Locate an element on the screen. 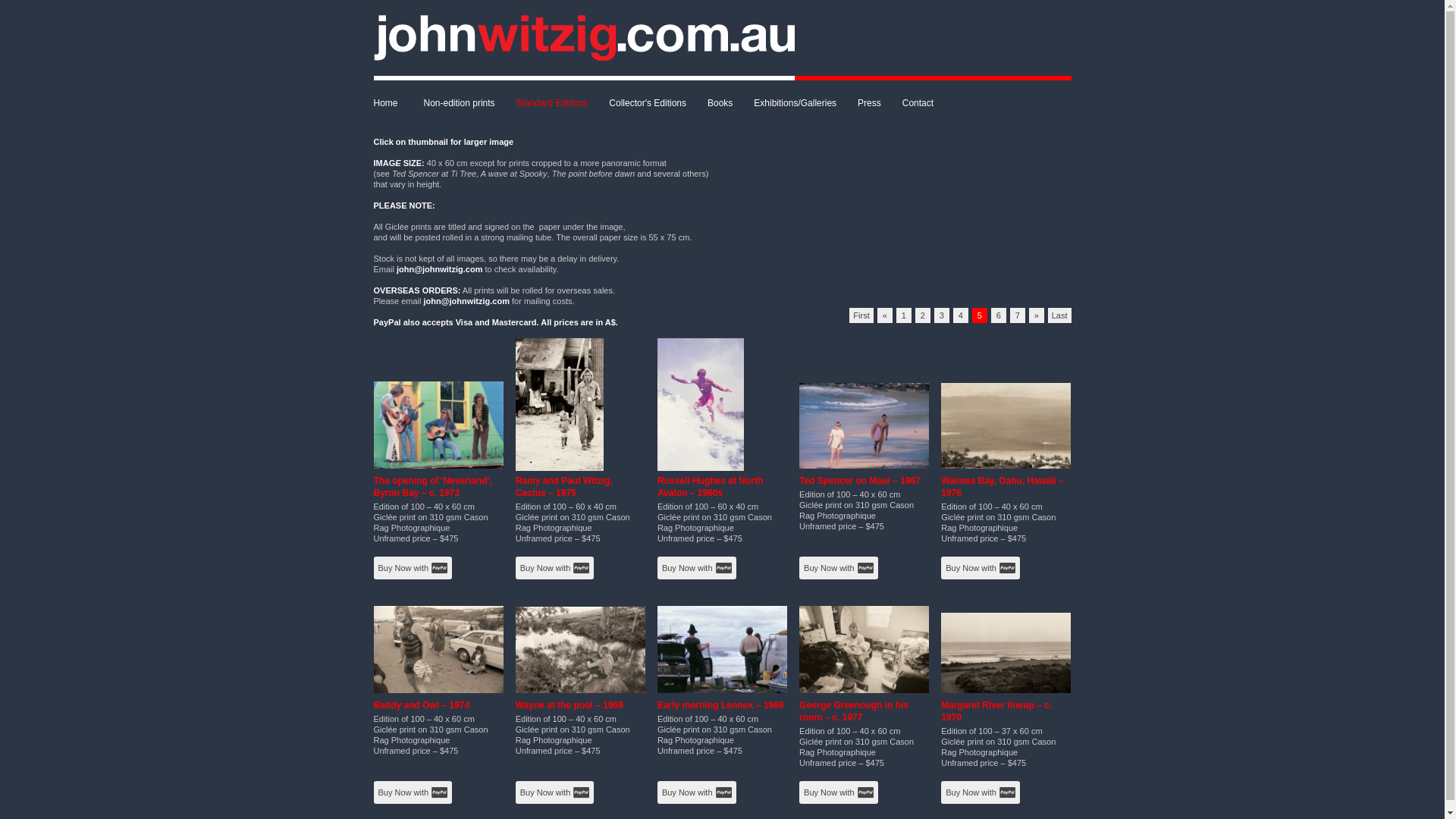 The width and height of the screenshot is (1456, 819). '7' is located at coordinates (1018, 315).